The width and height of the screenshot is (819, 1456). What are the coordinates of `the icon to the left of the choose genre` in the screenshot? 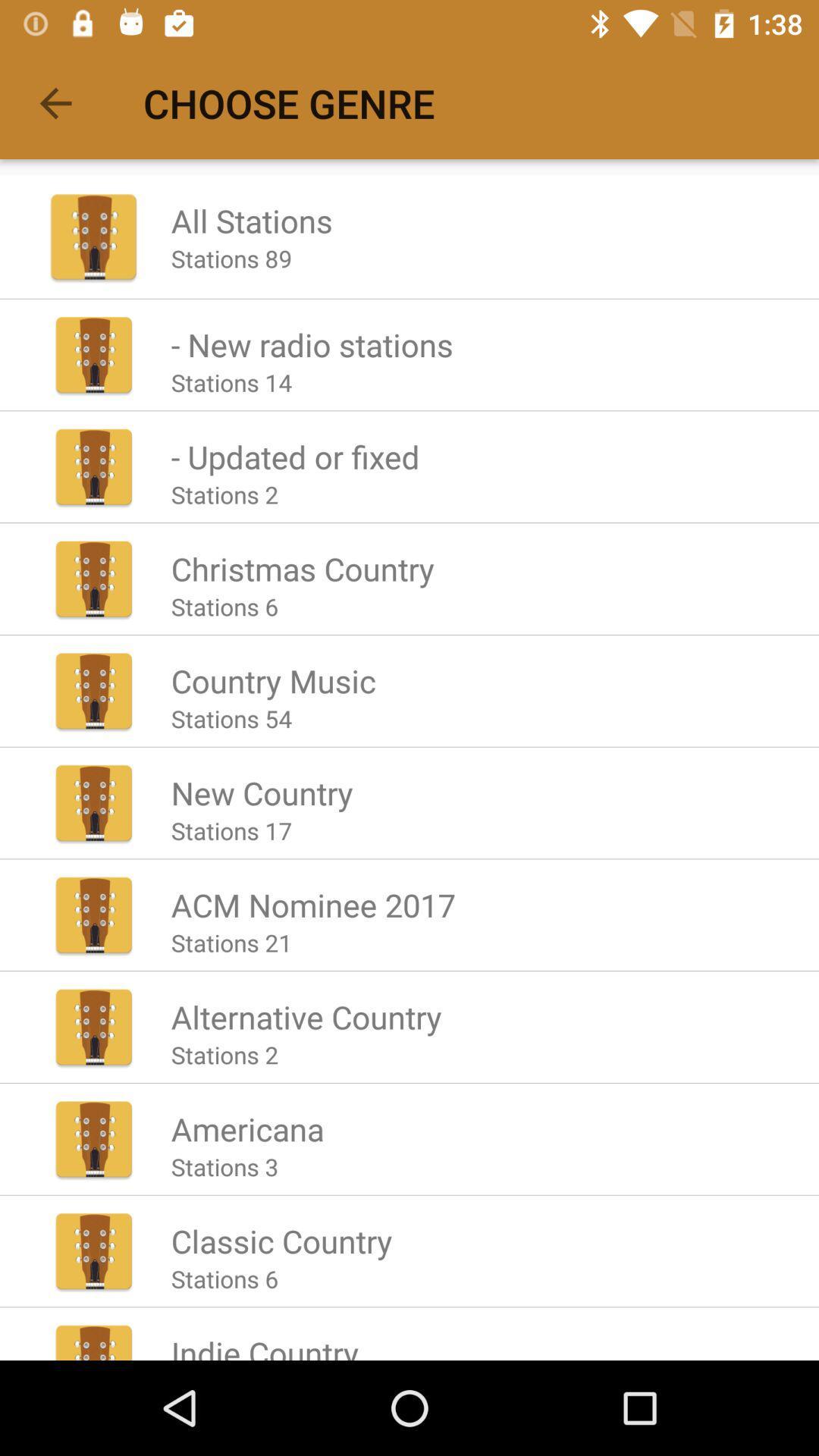 It's located at (55, 102).